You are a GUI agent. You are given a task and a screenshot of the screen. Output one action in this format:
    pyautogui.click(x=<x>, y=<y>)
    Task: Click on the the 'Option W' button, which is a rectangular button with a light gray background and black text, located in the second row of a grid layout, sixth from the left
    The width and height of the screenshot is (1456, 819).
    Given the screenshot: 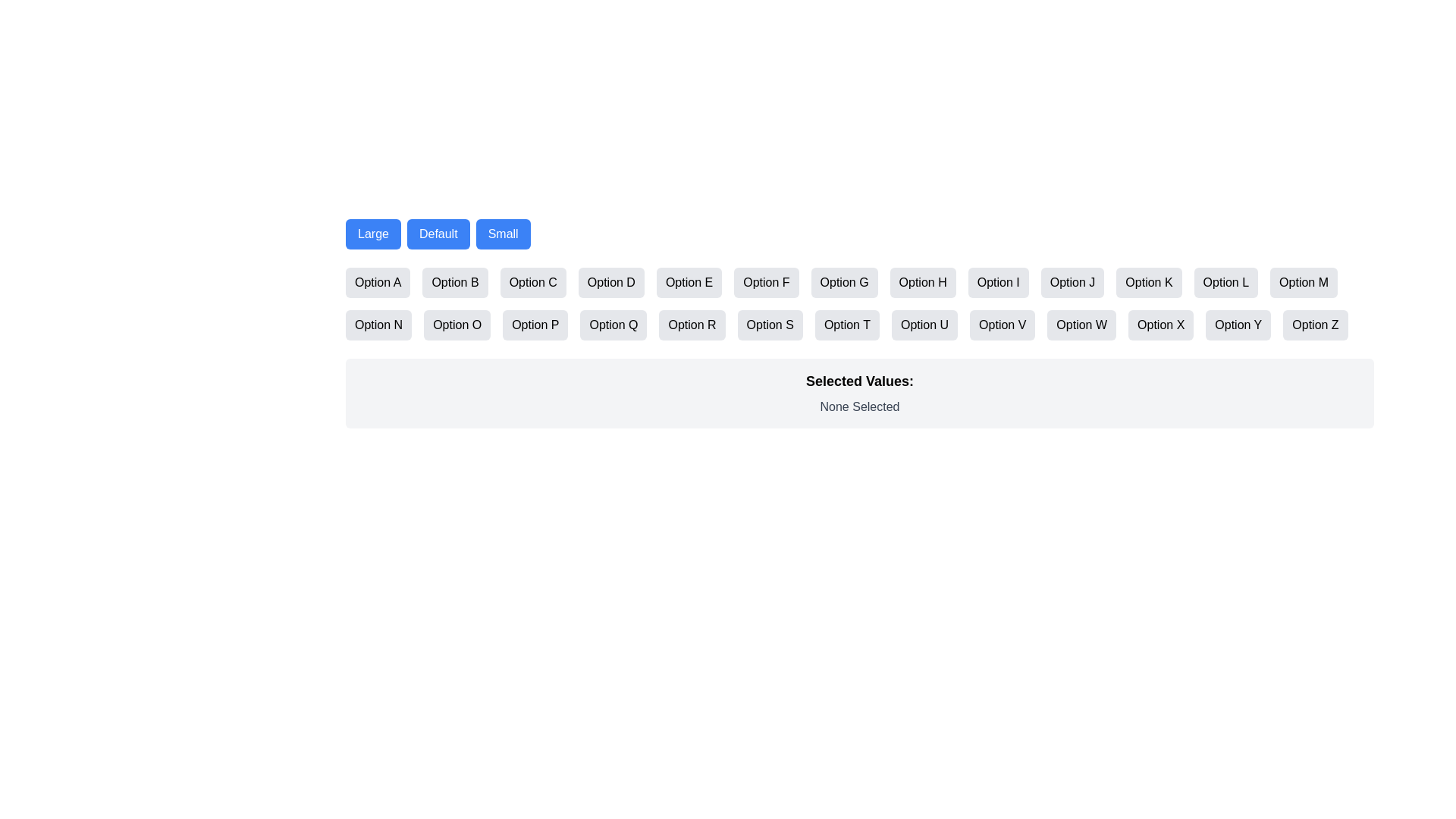 What is the action you would take?
    pyautogui.click(x=1081, y=324)
    